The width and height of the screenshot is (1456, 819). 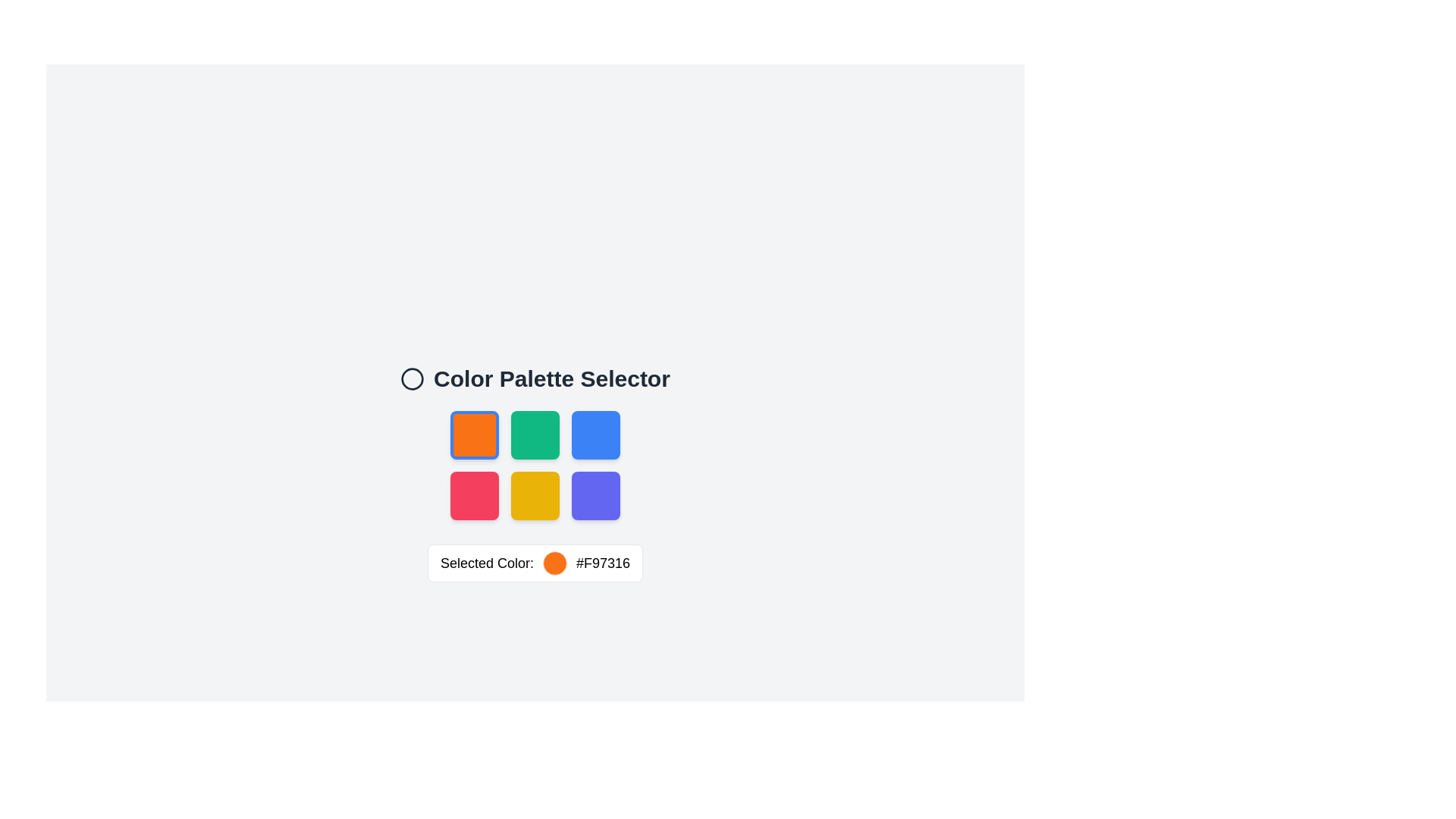 What do you see at coordinates (473, 435) in the screenshot?
I see `the top-left orange button with a blue border in the Color Palette Selector` at bounding box center [473, 435].